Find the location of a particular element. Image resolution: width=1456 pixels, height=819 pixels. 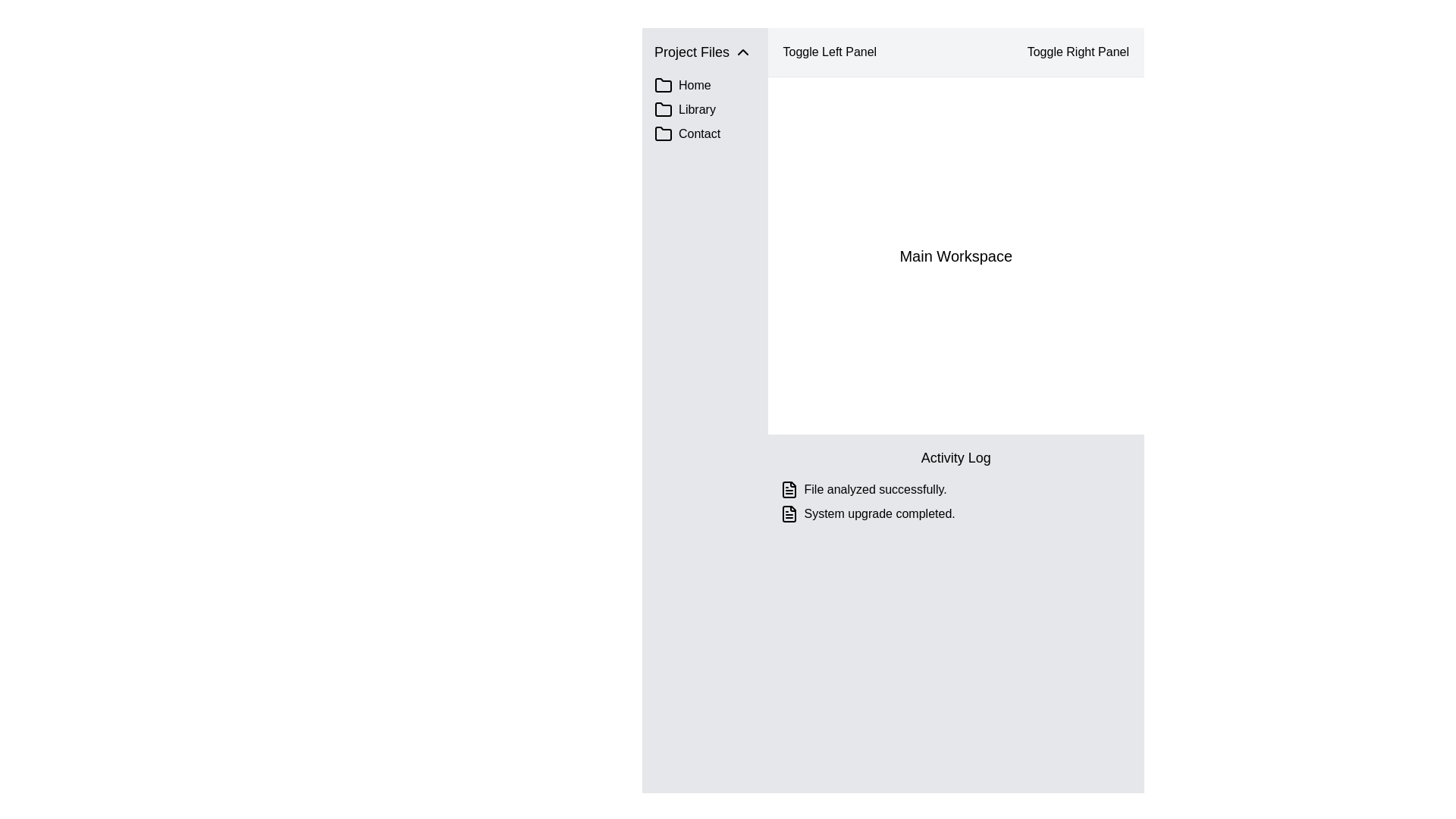

the 'Home' button in the vertical navigation menu is located at coordinates (704, 85).